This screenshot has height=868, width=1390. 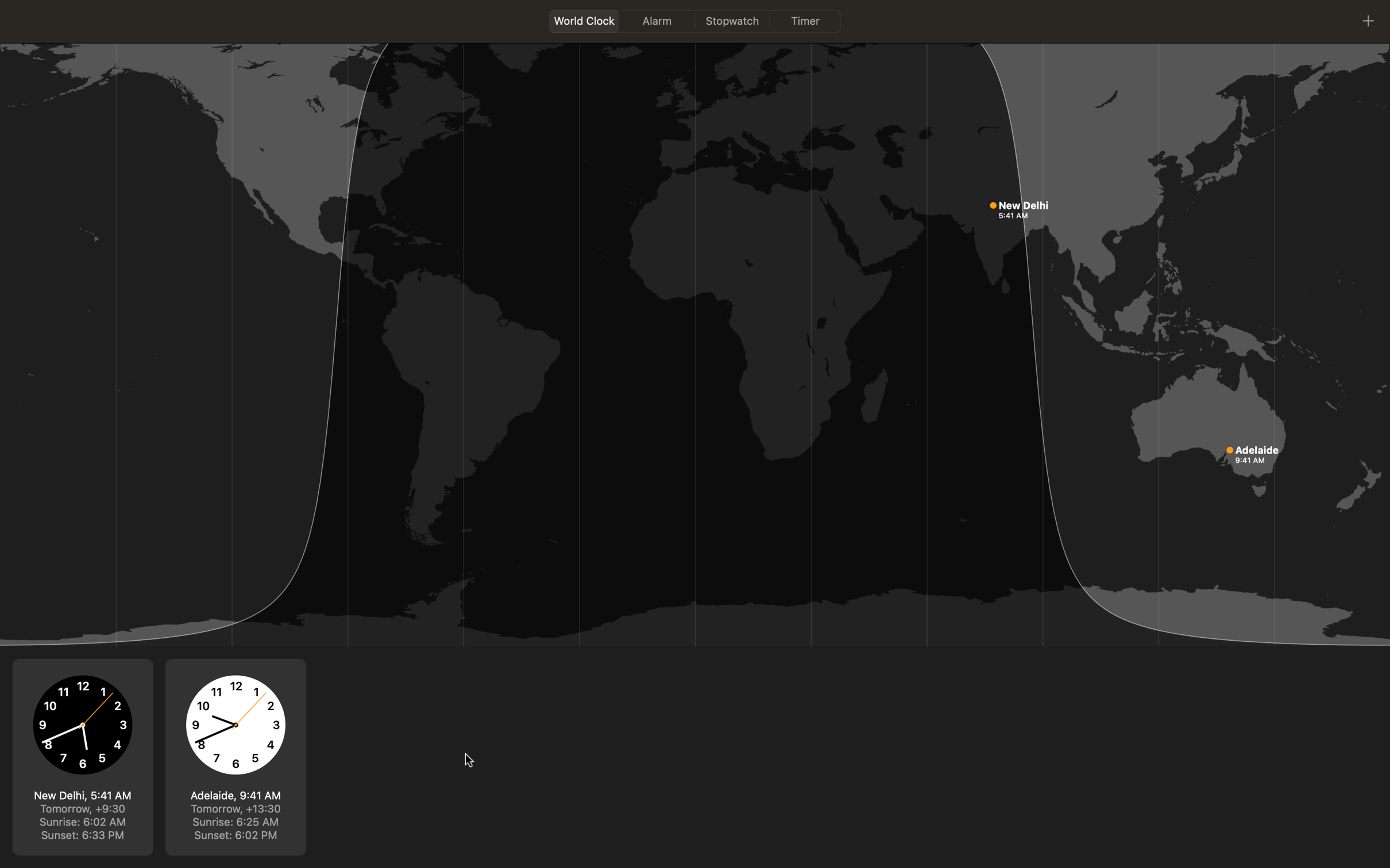 What do you see at coordinates (806, 20) in the screenshot?
I see `Switch to Timer tab` at bounding box center [806, 20].